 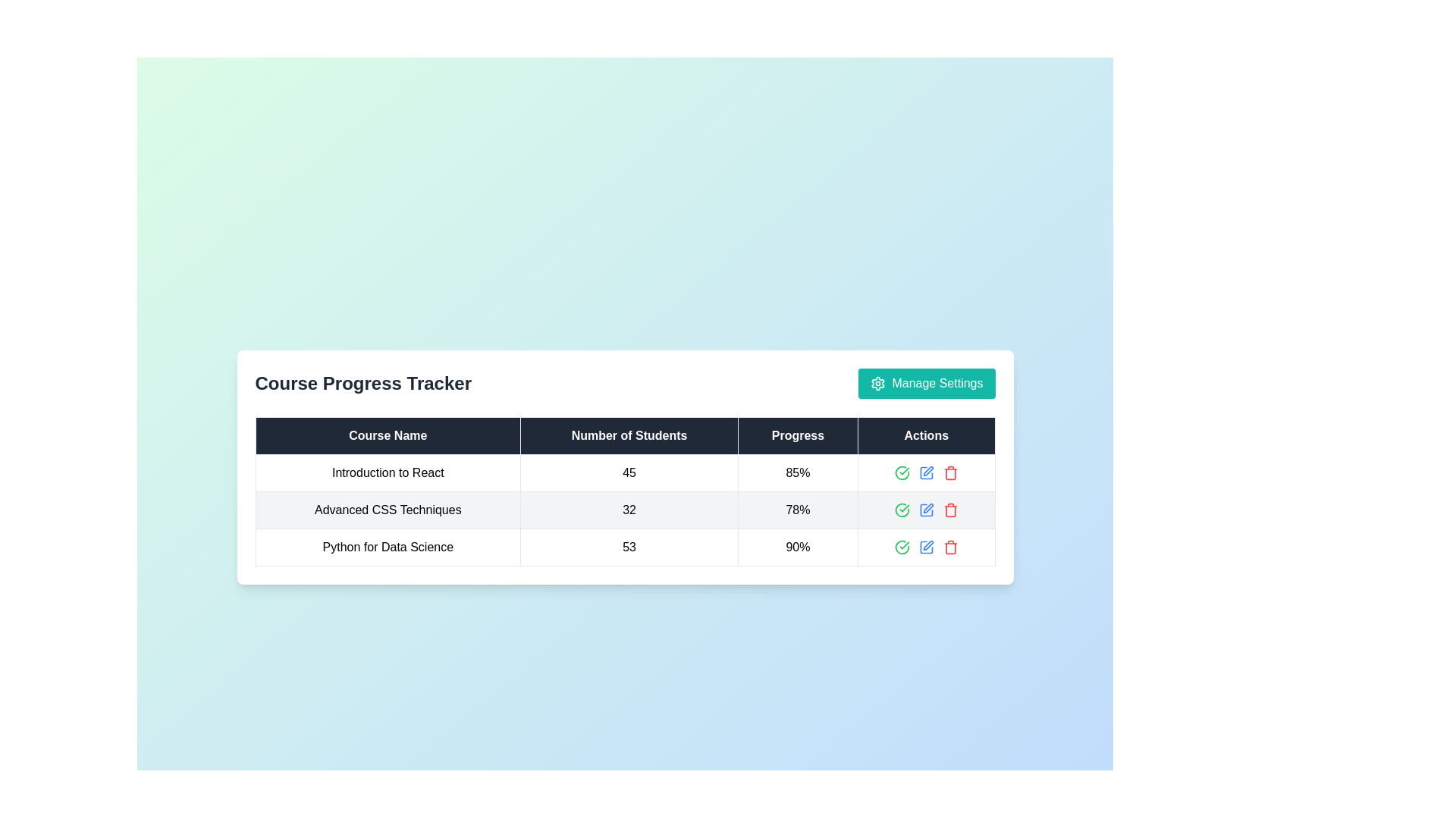 What do you see at coordinates (388, 472) in the screenshot?
I see `the static text label displaying 'Introduction to React' in black font, located in the first row under the 'Course Name' column of the 'Course Progress Tracker' table` at bounding box center [388, 472].